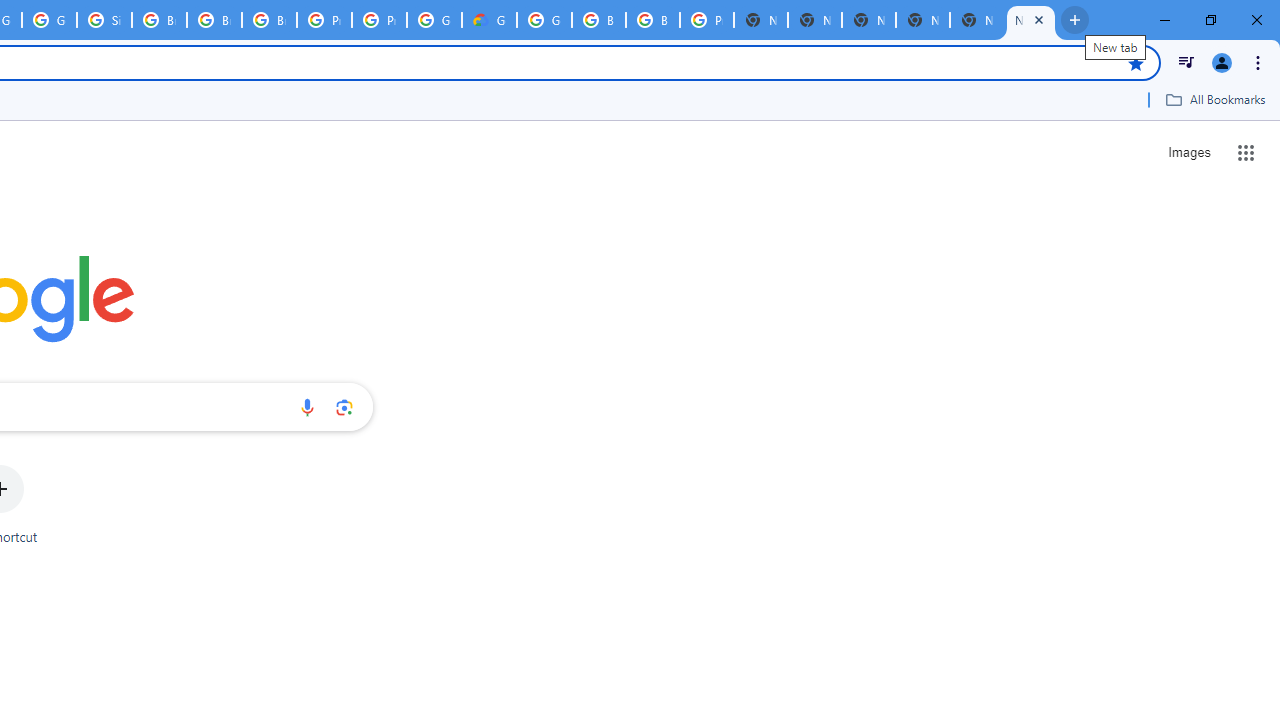  Describe the element at coordinates (652, 20) in the screenshot. I see `'Browse Chrome as a guest - Computer - Google Chrome Help'` at that location.